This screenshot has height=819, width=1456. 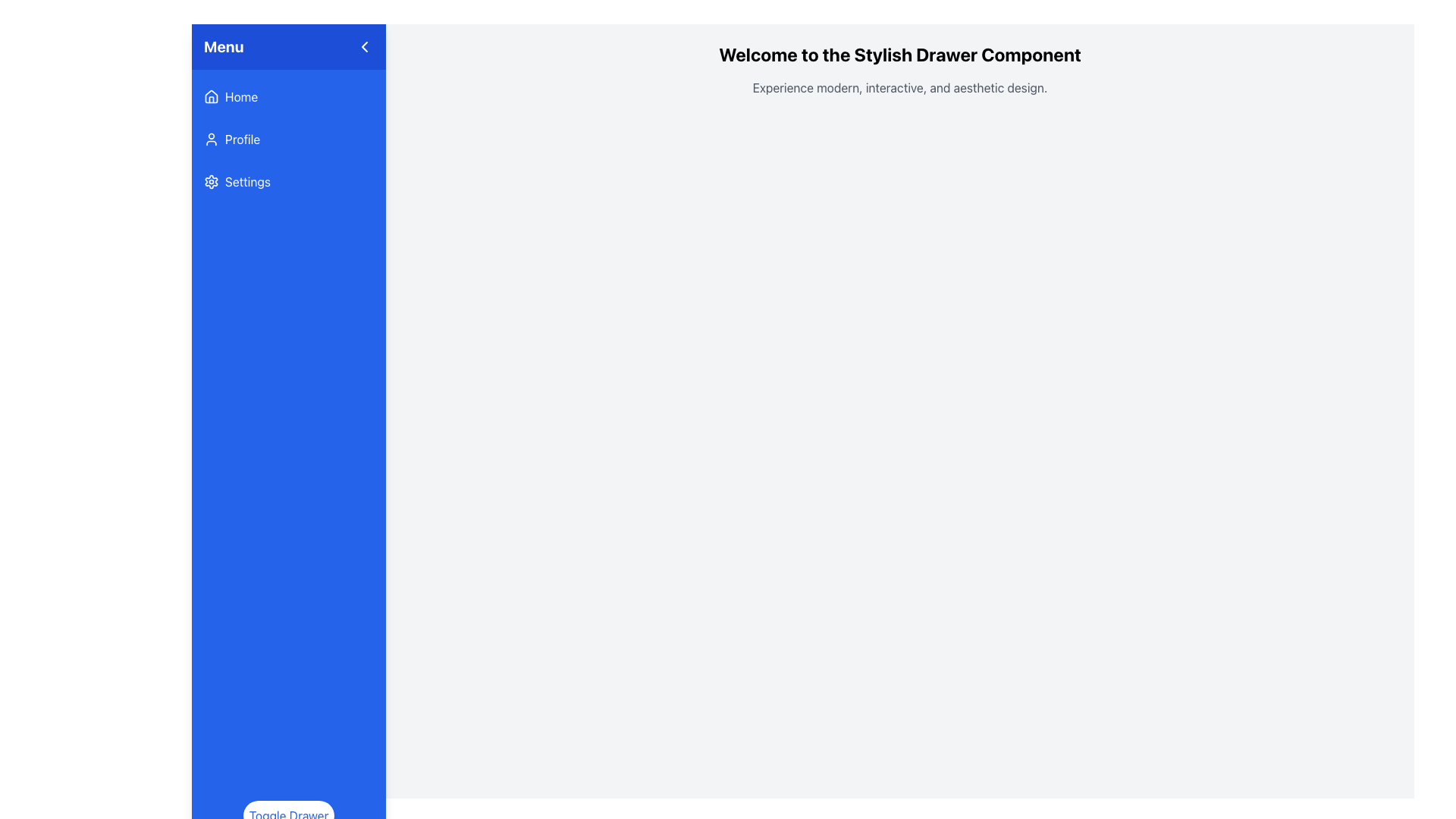 I want to click on the left-pointing arrow icon button located in the top blue header section of the sidebar, which is styled in white and adjacent to the 'Menu' text, so click(x=364, y=45).